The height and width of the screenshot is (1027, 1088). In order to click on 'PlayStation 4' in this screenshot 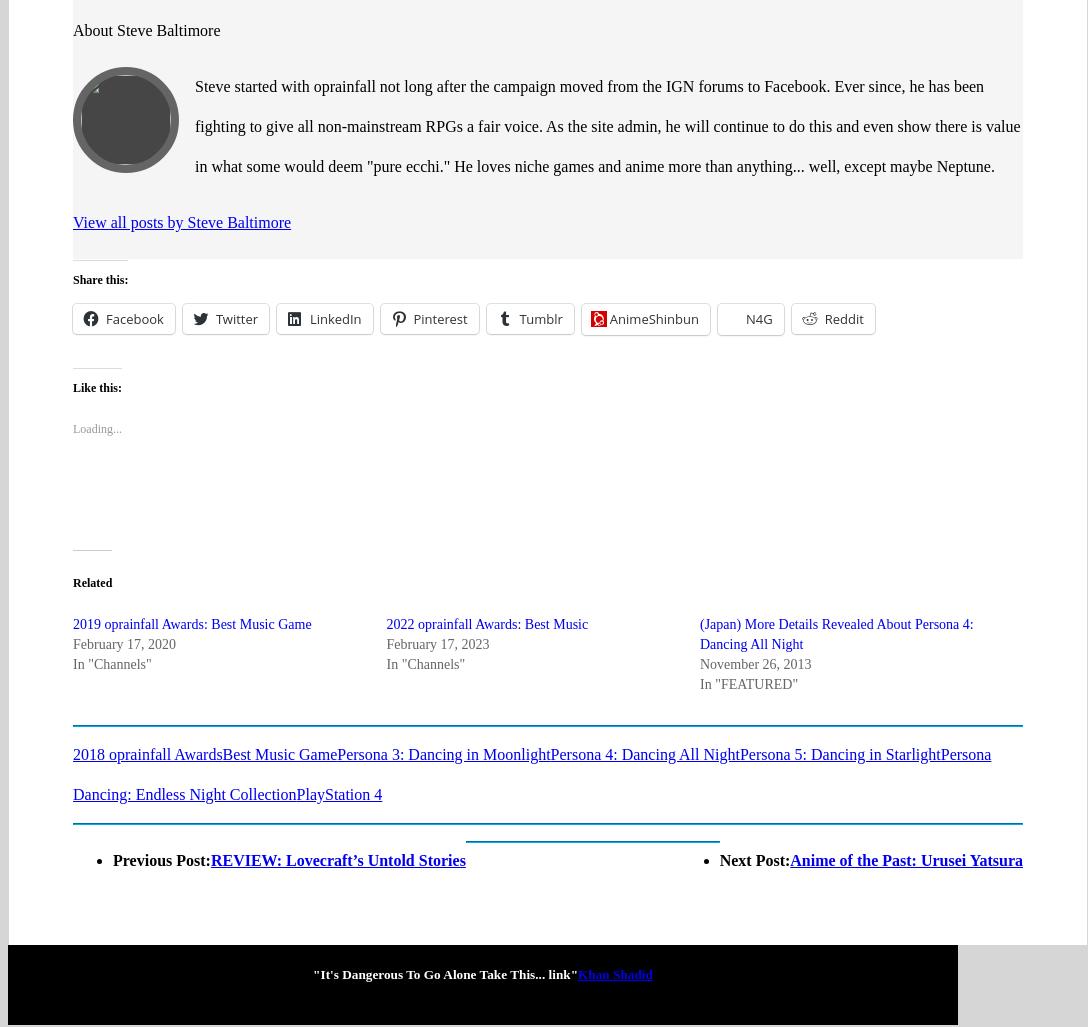, I will do `click(296, 716)`.